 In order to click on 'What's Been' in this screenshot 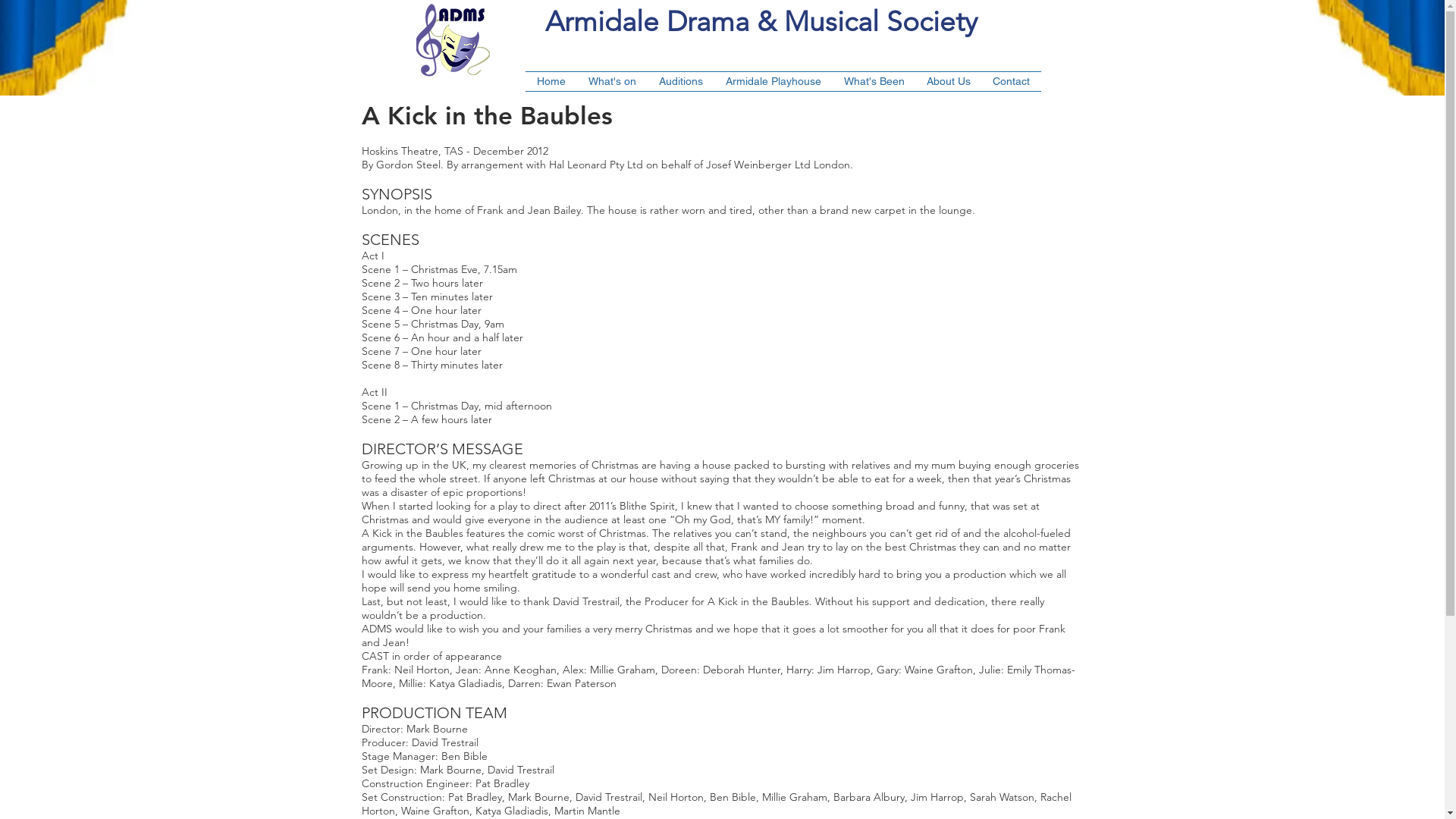, I will do `click(874, 81)`.